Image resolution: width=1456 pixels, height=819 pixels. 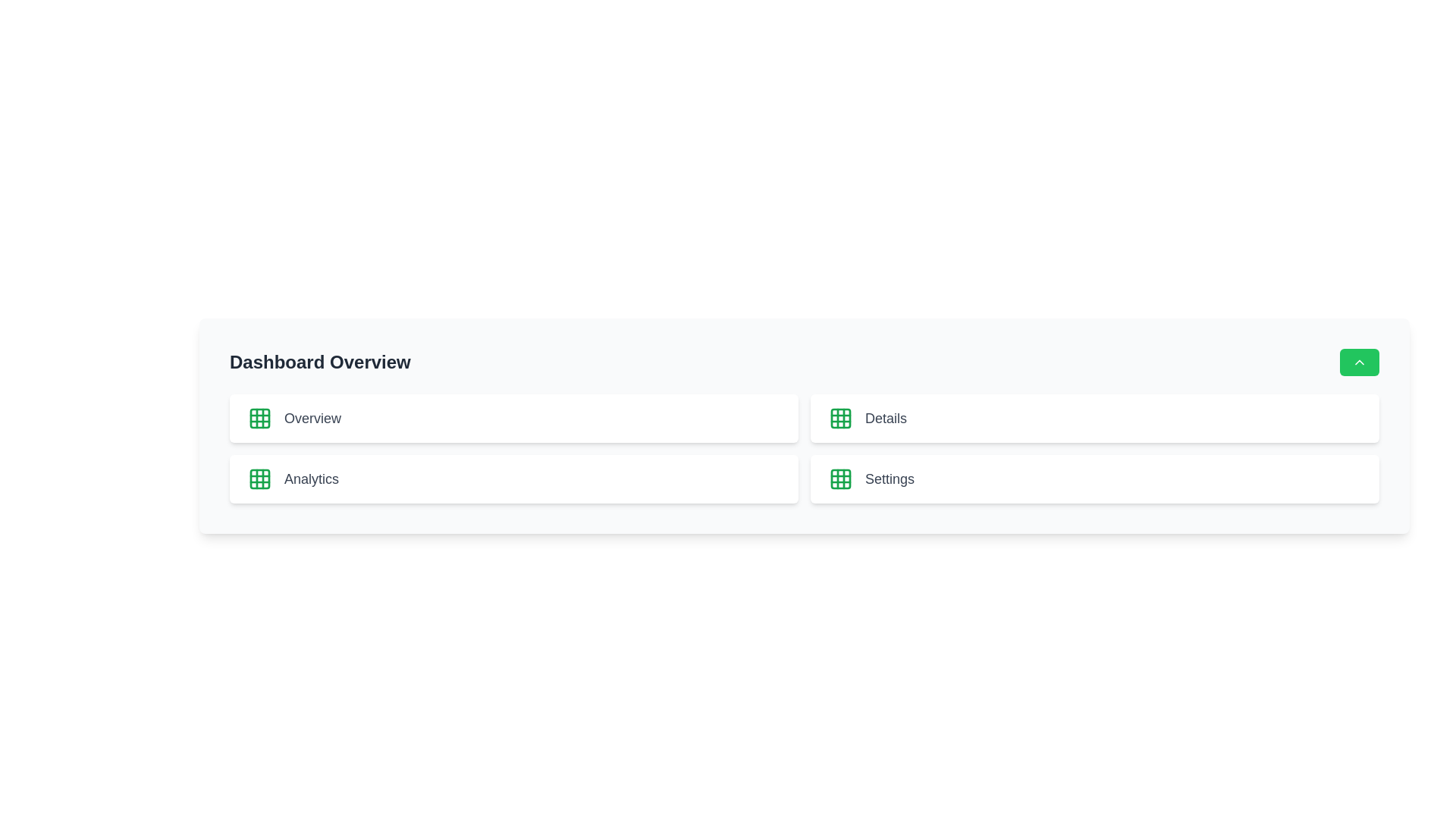 What do you see at coordinates (1095, 418) in the screenshot?
I see `the navigation button located in the top right cell of the grid layout` at bounding box center [1095, 418].